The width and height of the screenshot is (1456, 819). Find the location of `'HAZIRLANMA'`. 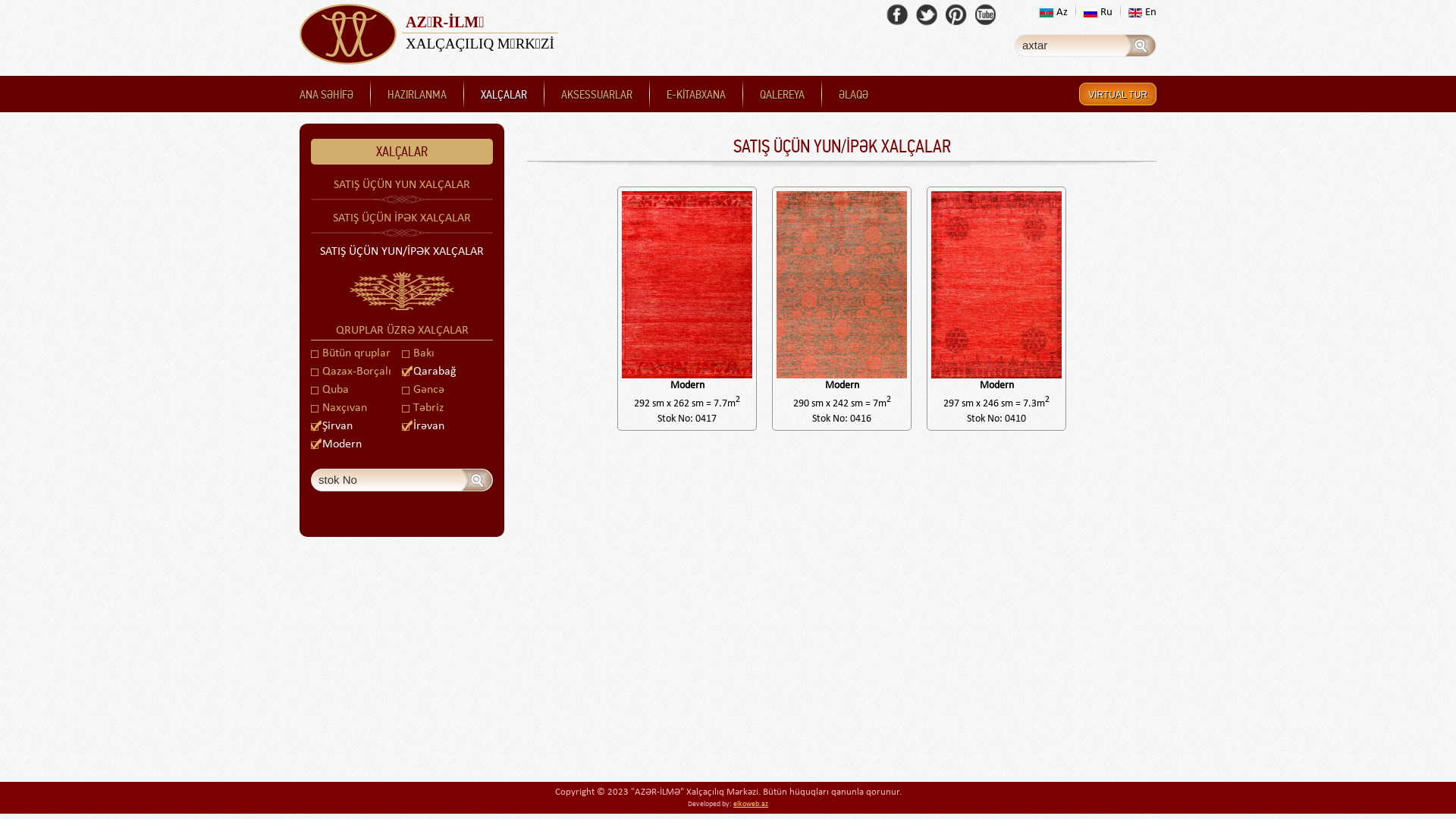

'HAZIRLANMA' is located at coordinates (417, 94).